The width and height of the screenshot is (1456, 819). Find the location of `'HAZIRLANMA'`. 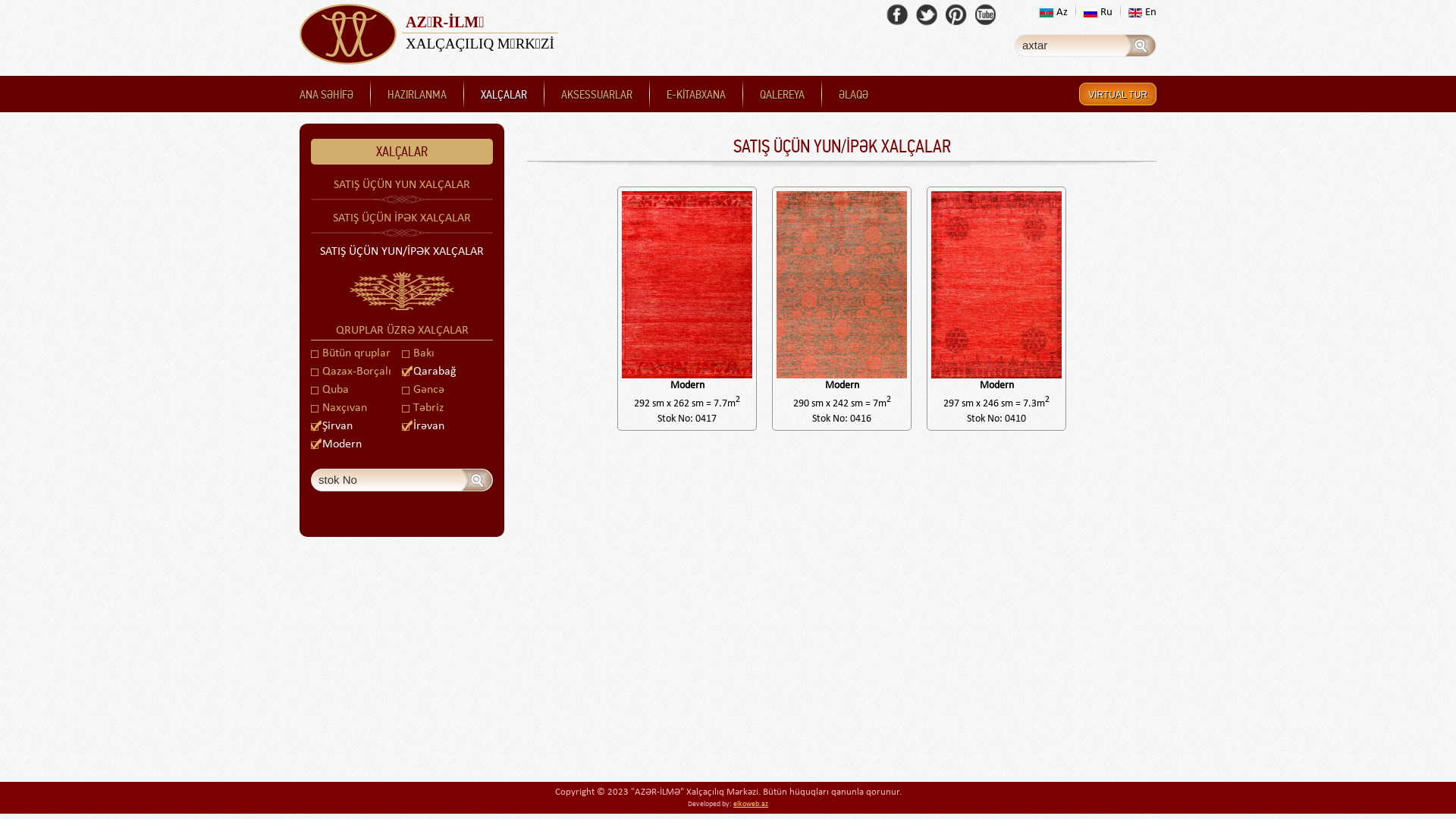

'HAZIRLANMA' is located at coordinates (417, 94).